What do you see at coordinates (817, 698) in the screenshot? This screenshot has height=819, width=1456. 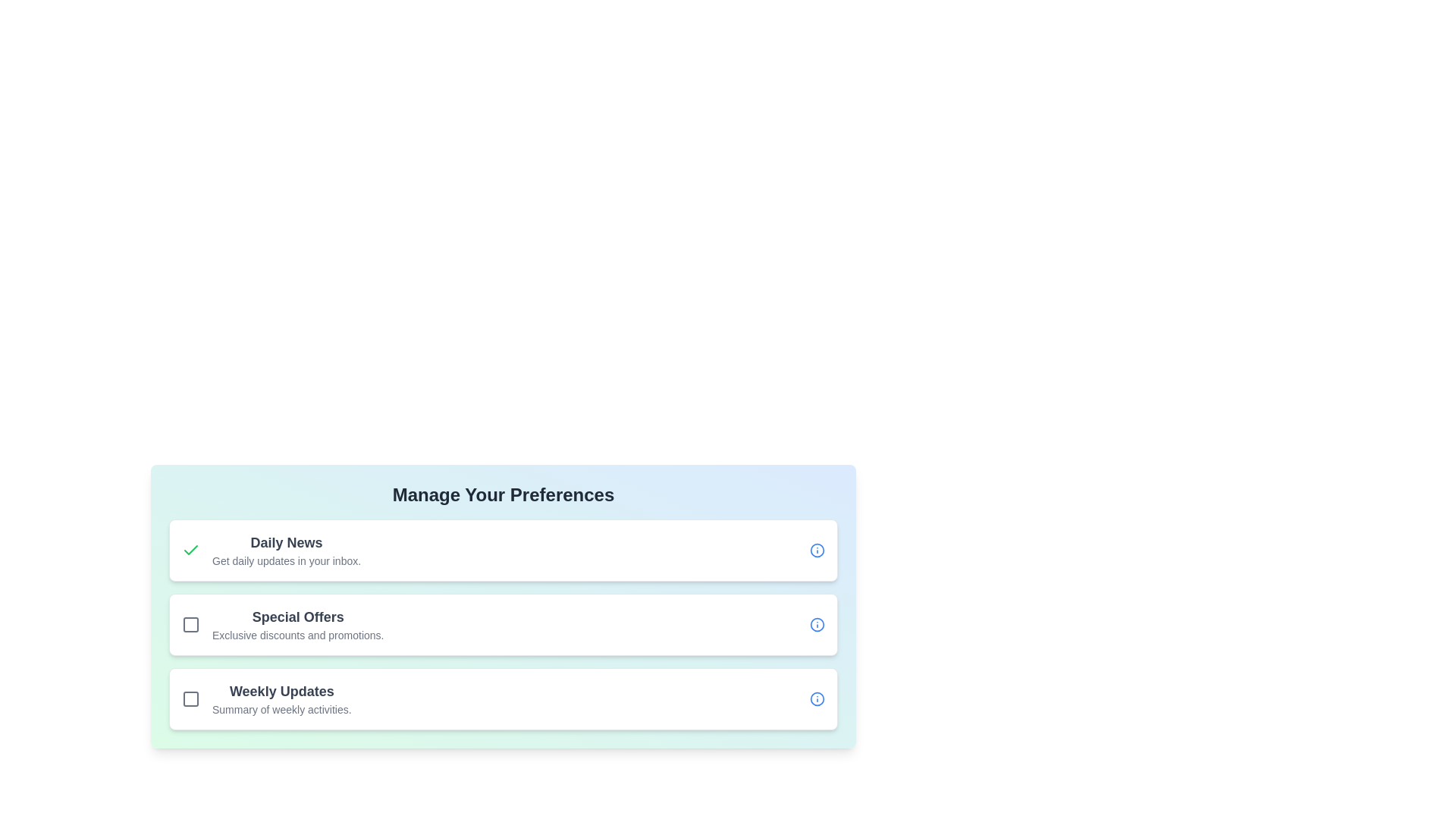 I see `the circular Info Icon with a blue outline and white fill, featuring a blue 'i' symbol, located at the far right of the 'Weekly Updates' section` at bounding box center [817, 698].